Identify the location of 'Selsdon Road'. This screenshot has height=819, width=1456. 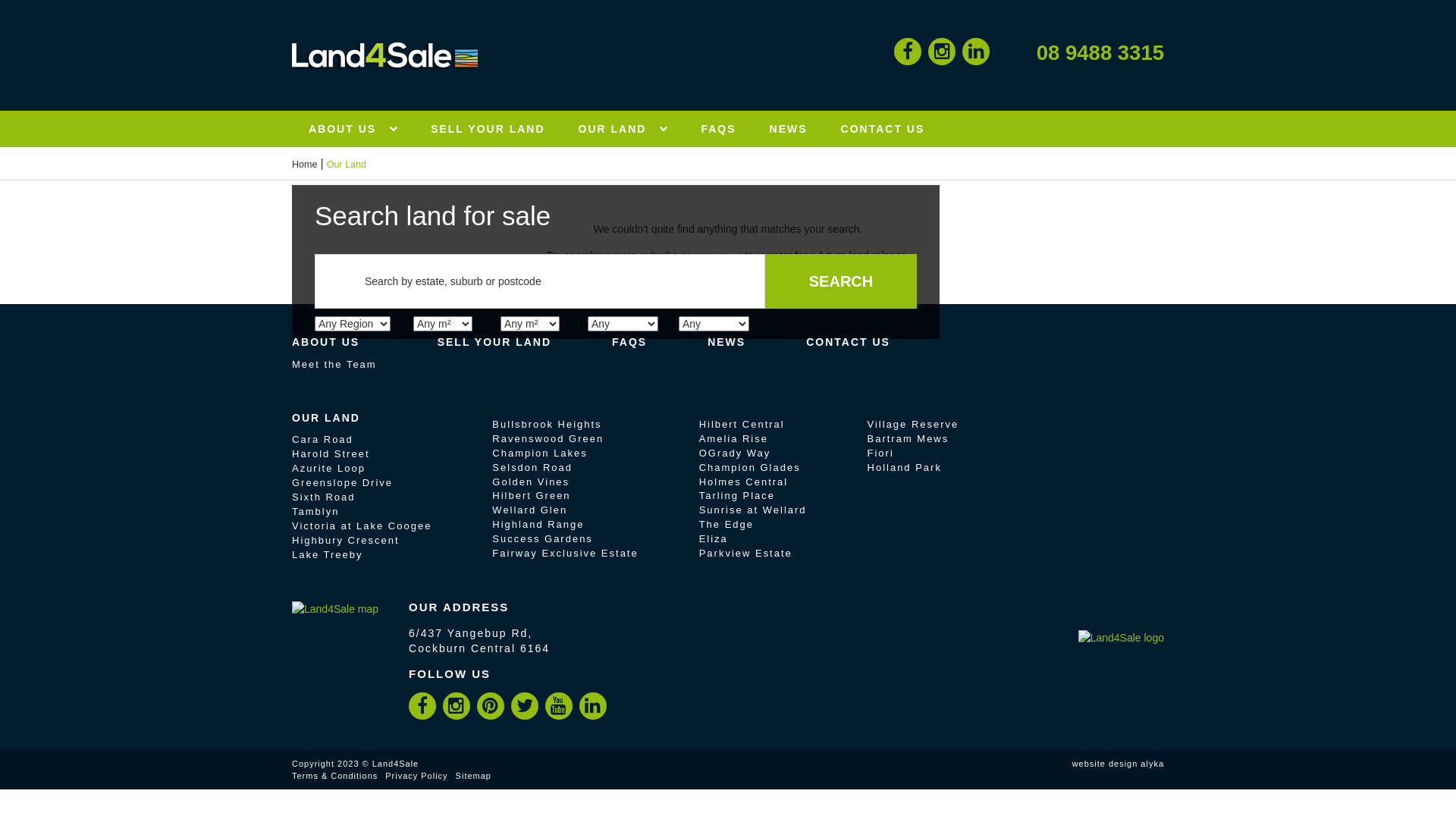
(532, 466).